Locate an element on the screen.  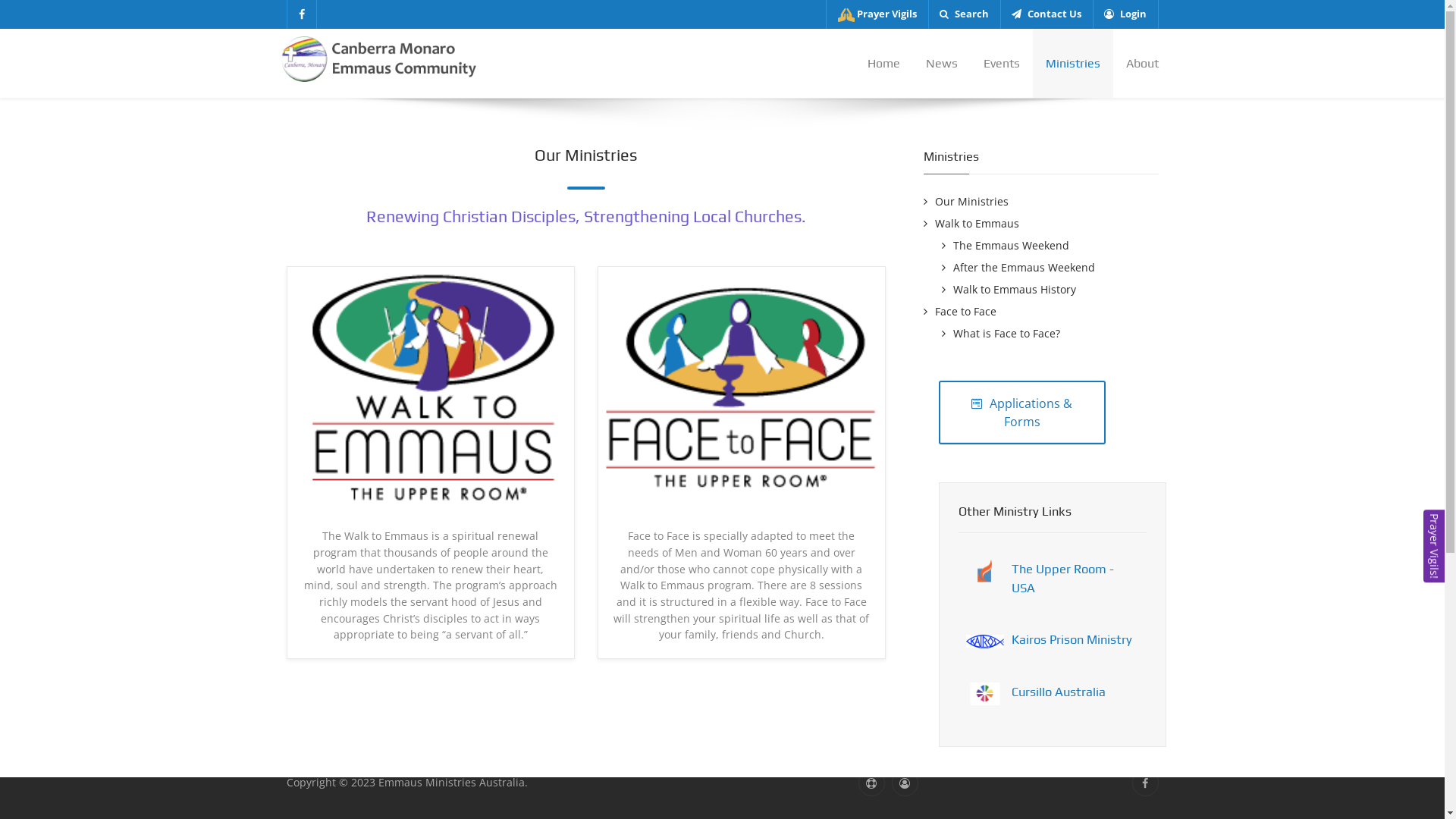
'Contact Us' is located at coordinates (999, 14).